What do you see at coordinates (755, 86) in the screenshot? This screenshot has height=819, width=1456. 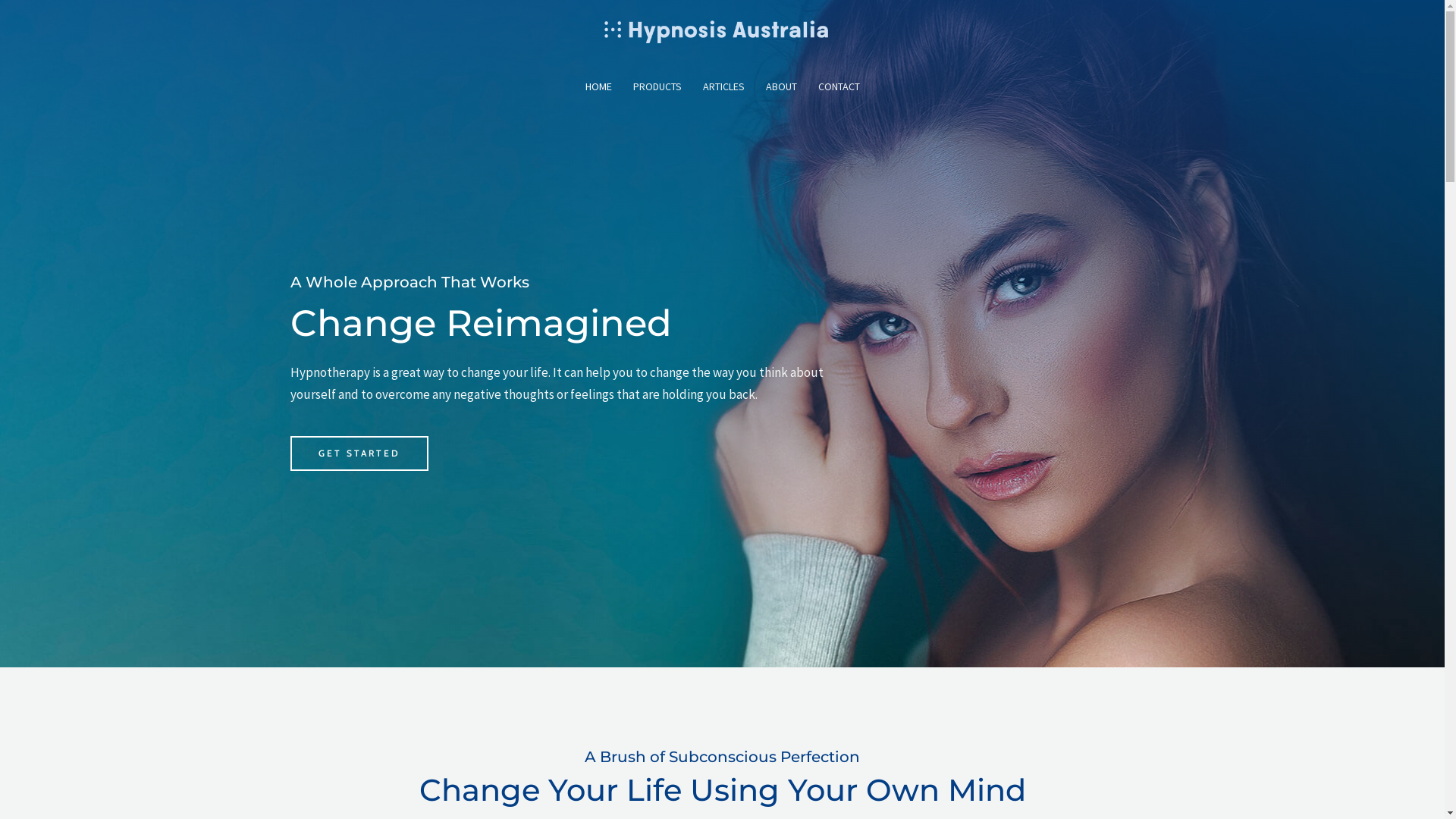 I see `'ABOUT'` at bounding box center [755, 86].